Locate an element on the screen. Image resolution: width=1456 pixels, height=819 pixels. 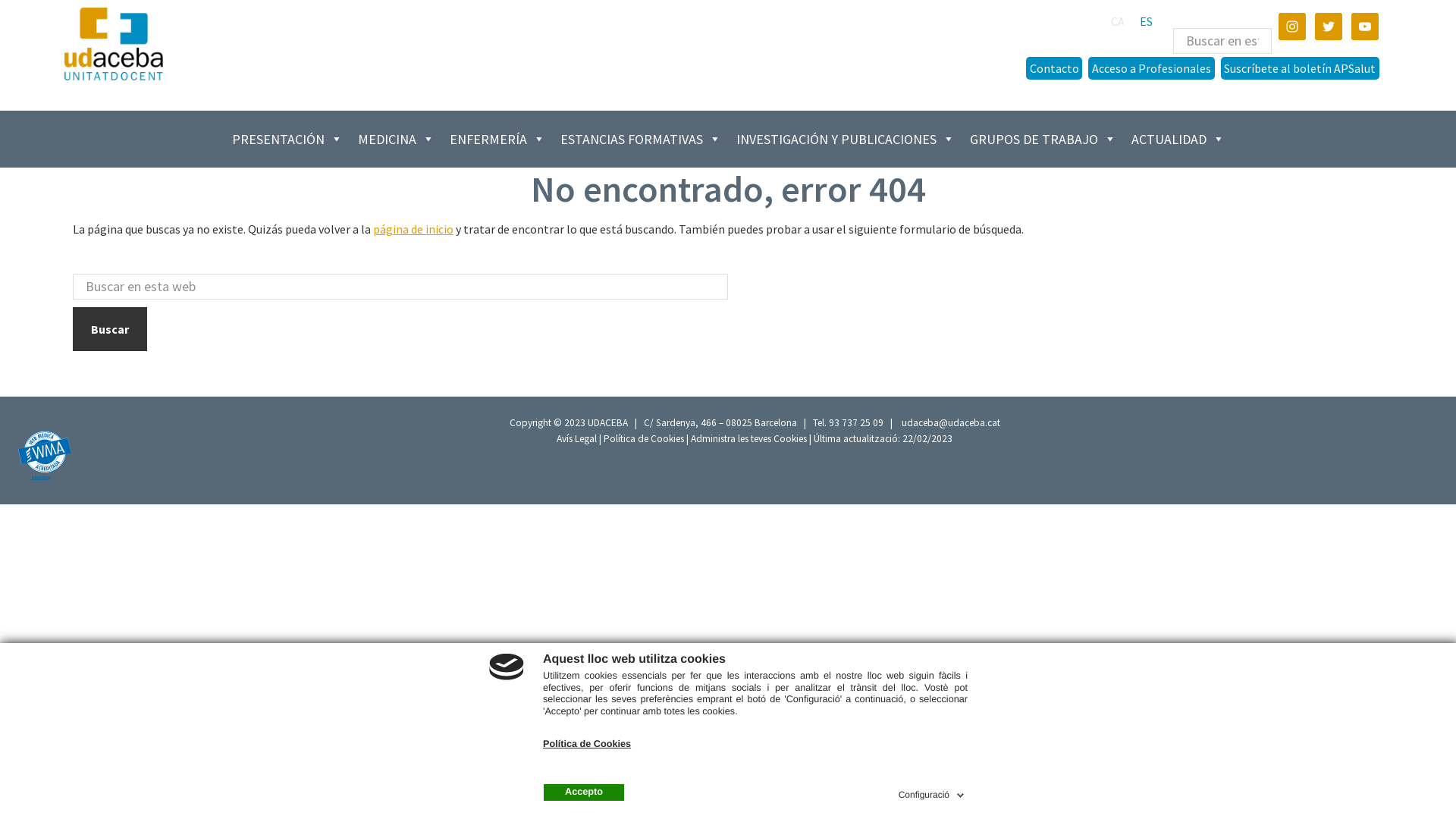
'Accepto' is located at coordinates (582, 792).